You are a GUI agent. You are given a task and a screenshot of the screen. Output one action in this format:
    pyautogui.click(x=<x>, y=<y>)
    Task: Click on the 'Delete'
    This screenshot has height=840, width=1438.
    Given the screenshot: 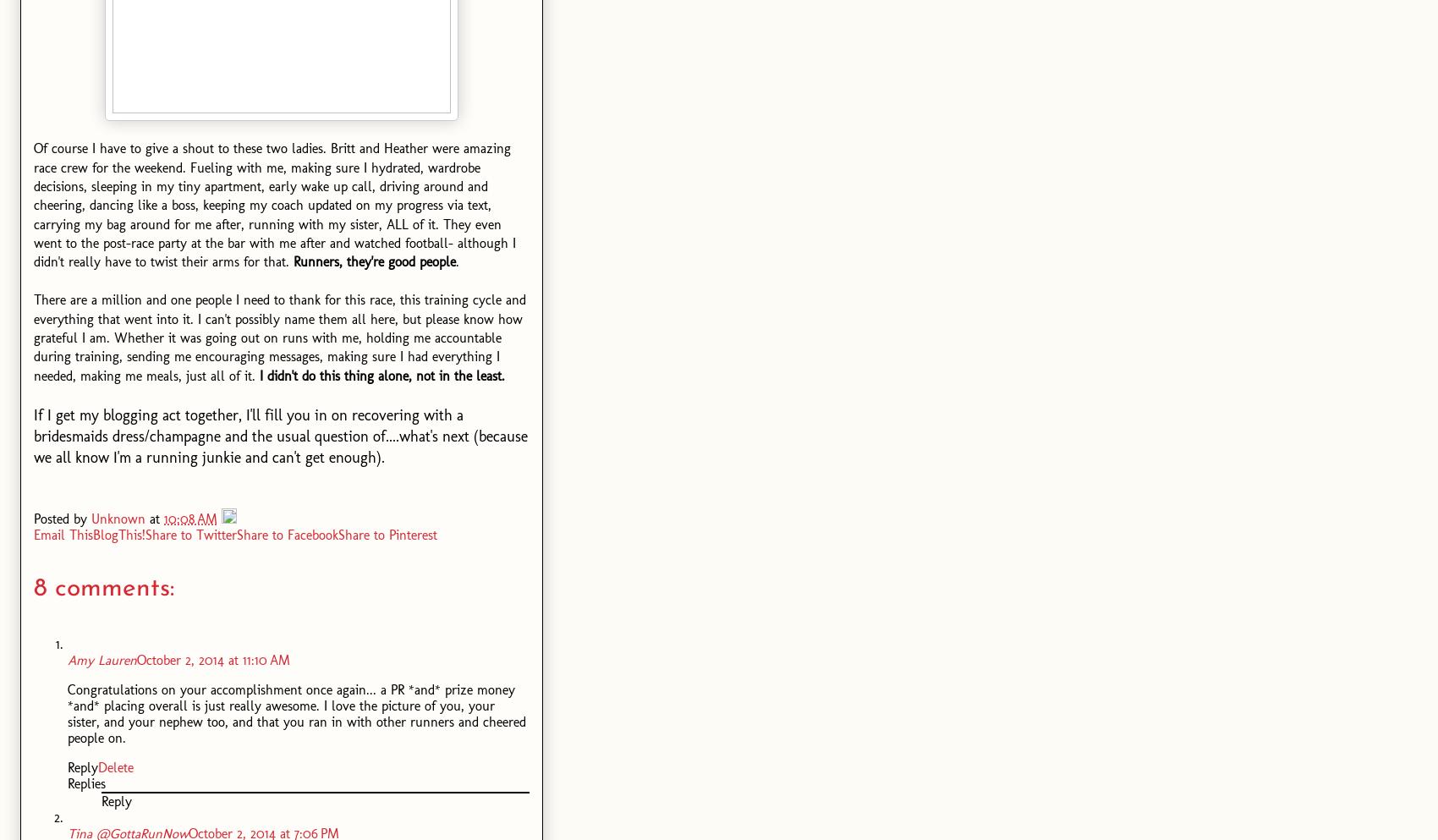 What is the action you would take?
    pyautogui.click(x=115, y=767)
    